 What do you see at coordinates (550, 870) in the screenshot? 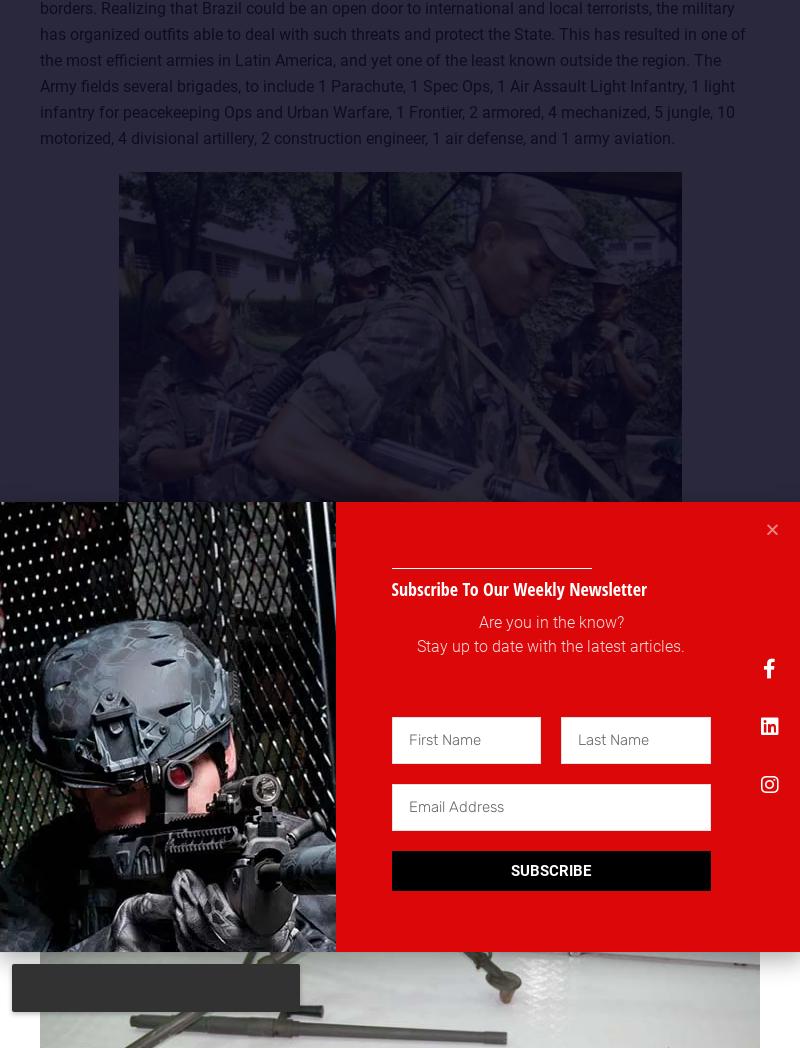
I see `'subscribe'` at bounding box center [550, 870].